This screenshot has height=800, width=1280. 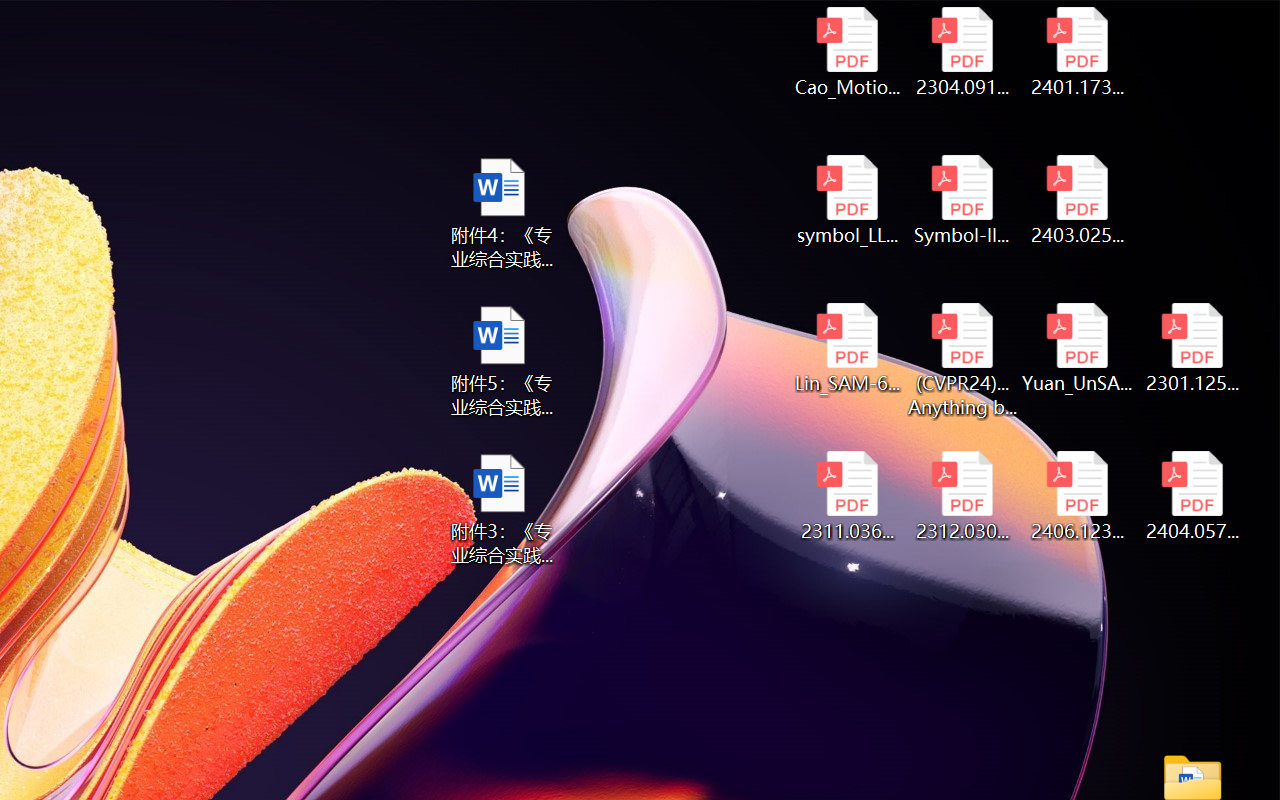 What do you see at coordinates (1192, 496) in the screenshot?
I see `'2404.05719v1.pdf'` at bounding box center [1192, 496].